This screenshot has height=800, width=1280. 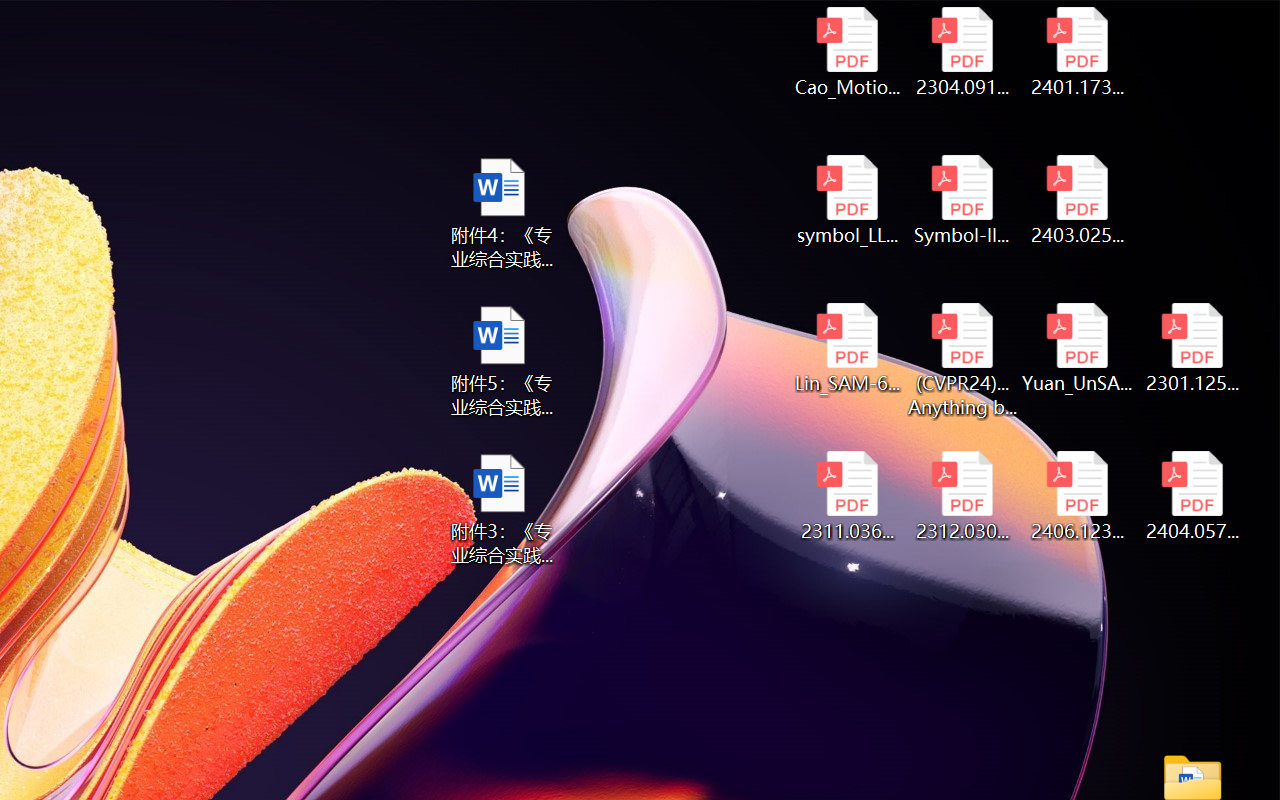 What do you see at coordinates (1192, 496) in the screenshot?
I see `'2404.05719v1.pdf'` at bounding box center [1192, 496].